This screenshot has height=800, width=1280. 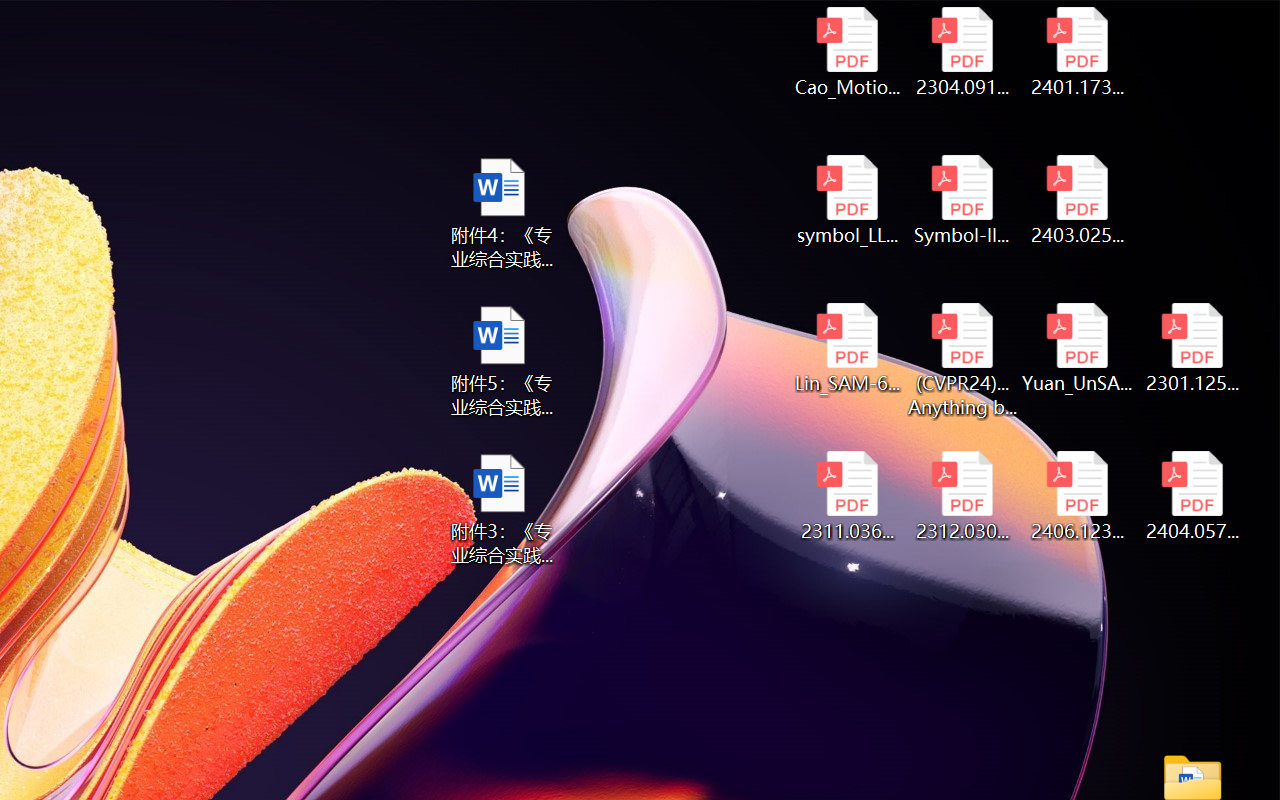 What do you see at coordinates (1192, 496) in the screenshot?
I see `'2404.05719v1.pdf'` at bounding box center [1192, 496].